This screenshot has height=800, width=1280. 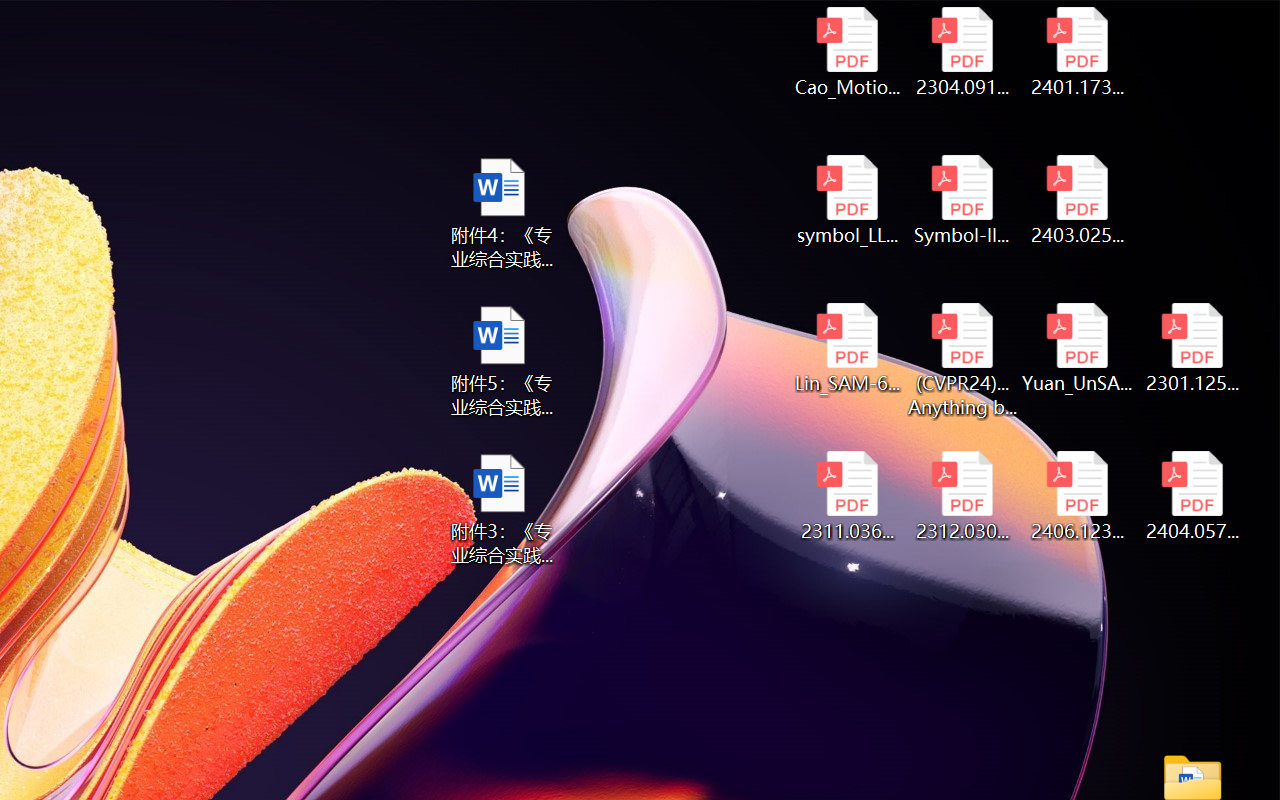 What do you see at coordinates (1192, 496) in the screenshot?
I see `'2404.05719v1.pdf'` at bounding box center [1192, 496].